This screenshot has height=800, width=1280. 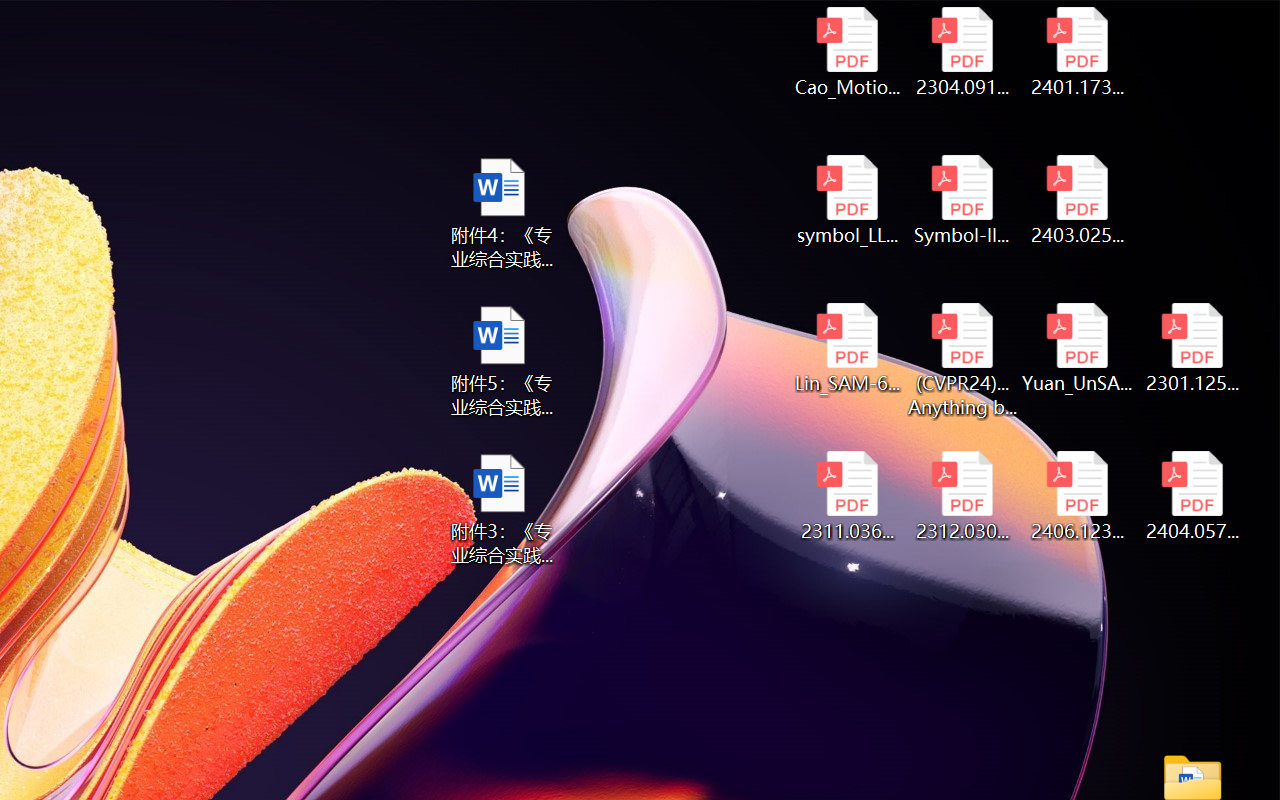 What do you see at coordinates (1192, 496) in the screenshot?
I see `'2404.05719v1.pdf'` at bounding box center [1192, 496].